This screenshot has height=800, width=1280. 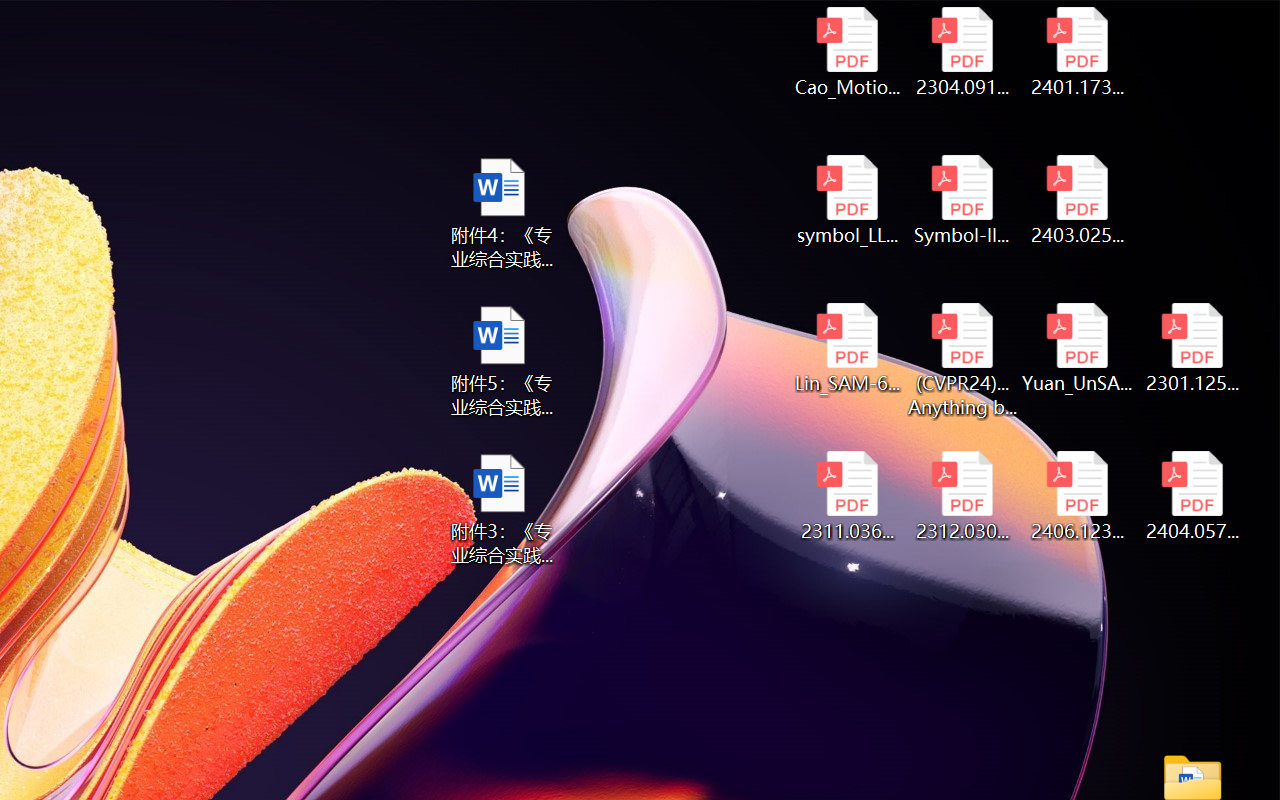 What do you see at coordinates (1192, 496) in the screenshot?
I see `'2404.05719v1.pdf'` at bounding box center [1192, 496].